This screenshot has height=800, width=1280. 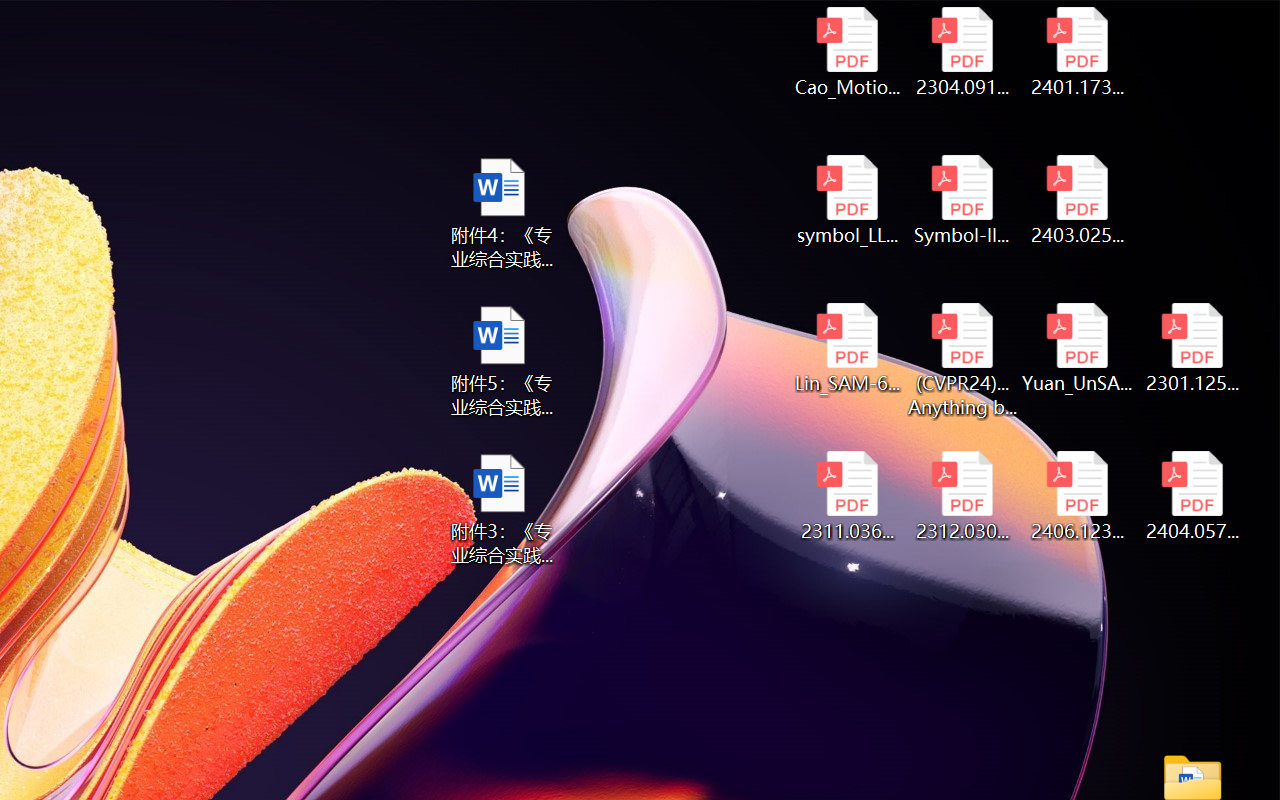 What do you see at coordinates (1192, 496) in the screenshot?
I see `'2404.05719v1.pdf'` at bounding box center [1192, 496].